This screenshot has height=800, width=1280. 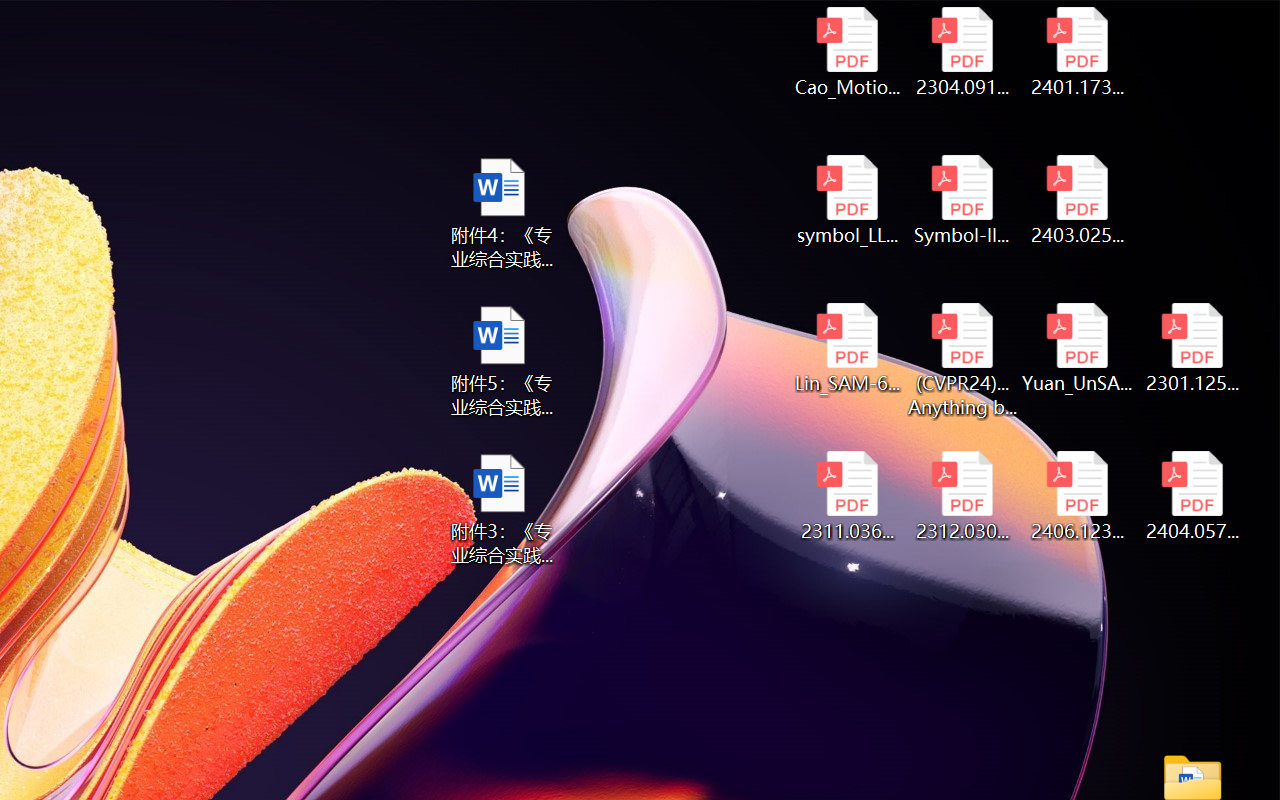 What do you see at coordinates (1192, 496) in the screenshot?
I see `'2404.05719v1.pdf'` at bounding box center [1192, 496].